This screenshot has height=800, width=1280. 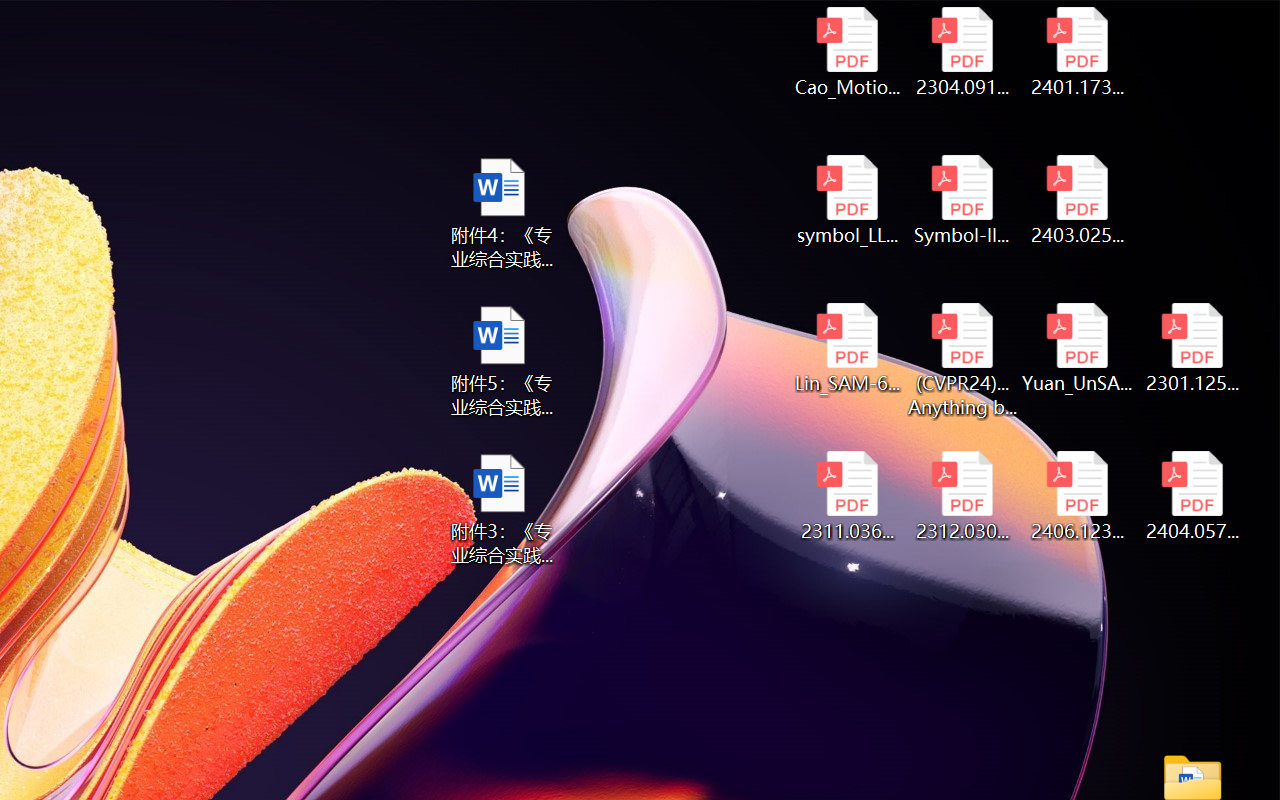 What do you see at coordinates (1192, 496) in the screenshot?
I see `'2404.05719v1.pdf'` at bounding box center [1192, 496].